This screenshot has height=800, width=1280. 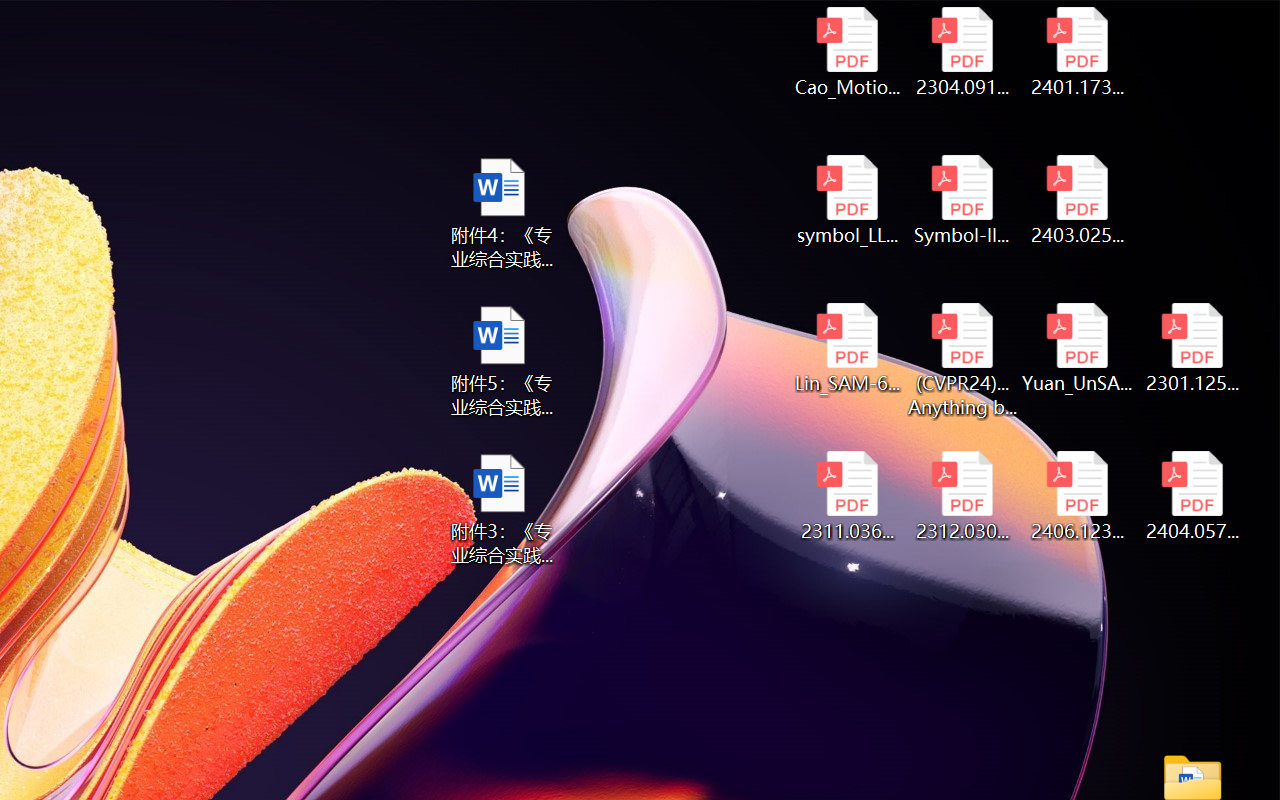 What do you see at coordinates (1192, 496) in the screenshot?
I see `'2404.05719v1.pdf'` at bounding box center [1192, 496].